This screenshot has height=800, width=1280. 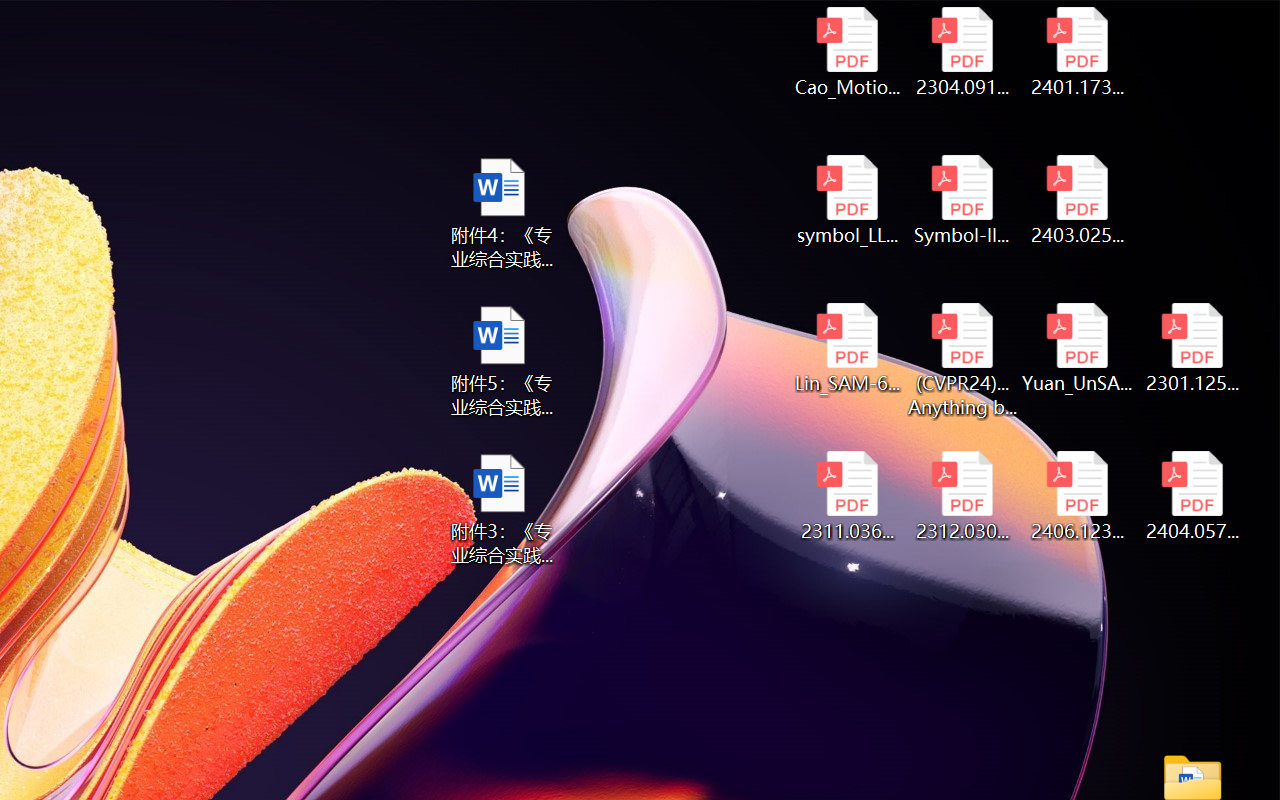 What do you see at coordinates (1192, 496) in the screenshot?
I see `'2404.05719v1.pdf'` at bounding box center [1192, 496].